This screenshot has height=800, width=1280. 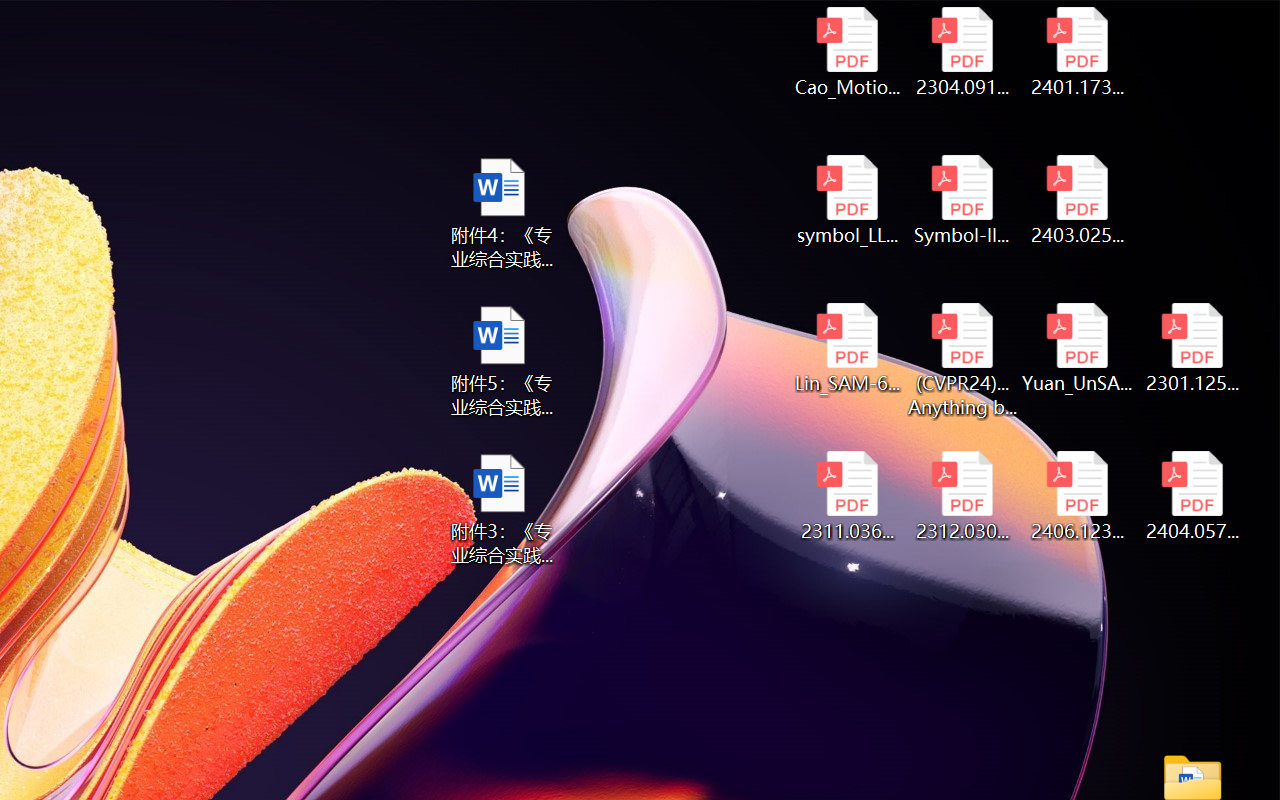 What do you see at coordinates (1192, 496) in the screenshot?
I see `'2404.05719v1.pdf'` at bounding box center [1192, 496].